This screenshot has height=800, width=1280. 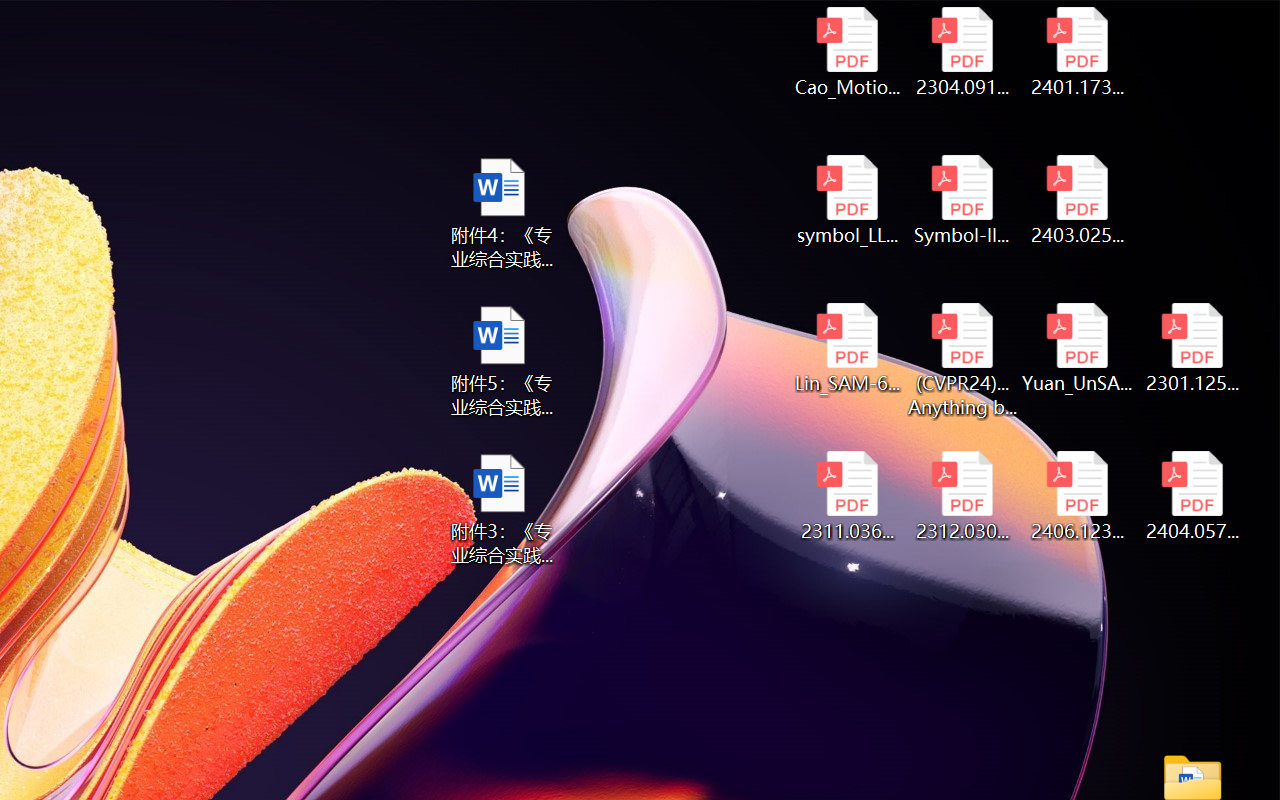 What do you see at coordinates (1192, 496) in the screenshot?
I see `'2404.05719v1.pdf'` at bounding box center [1192, 496].